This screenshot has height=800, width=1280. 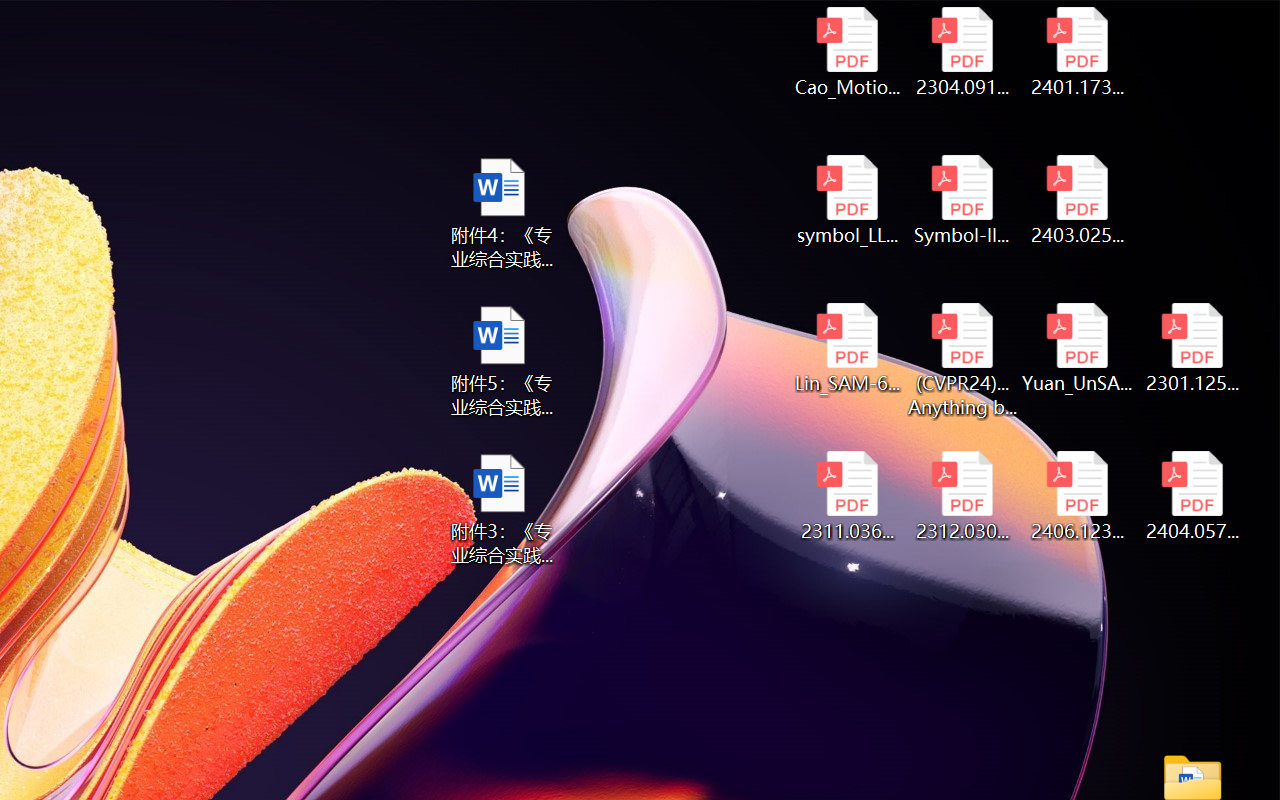 What do you see at coordinates (1192, 496) in the screenshot?
I see `'2404.05719v1.pdf'` at bounding box center [1192, 496].